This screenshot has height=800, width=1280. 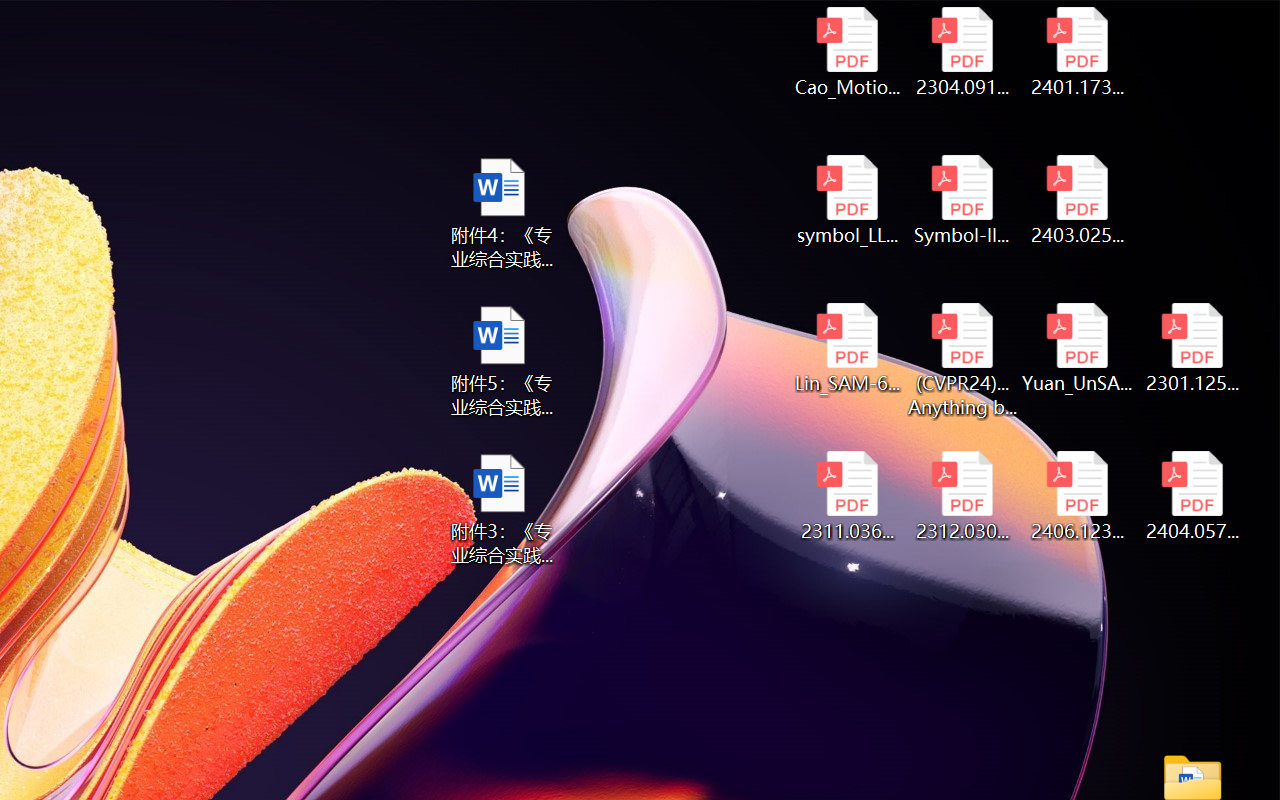 What do you see at coordinates (1192, 496) in the screenshot?
I see `'2404.05719v1.pdf'` at bounding box center [1192, 496].